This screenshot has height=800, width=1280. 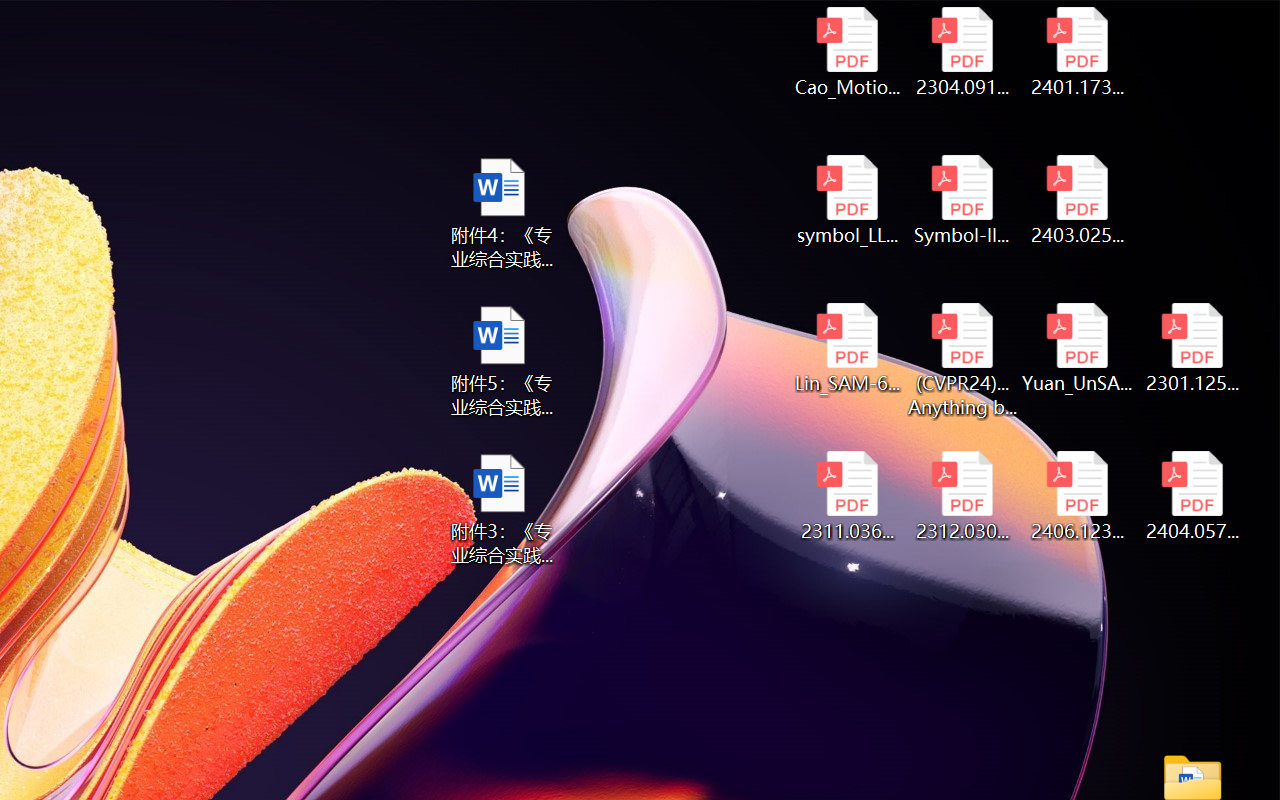 What do you see at coordinates (1192, 496) in the screenshot?
I see `'2404.05719v1.pdf'` at bounding box center [1192, 496].